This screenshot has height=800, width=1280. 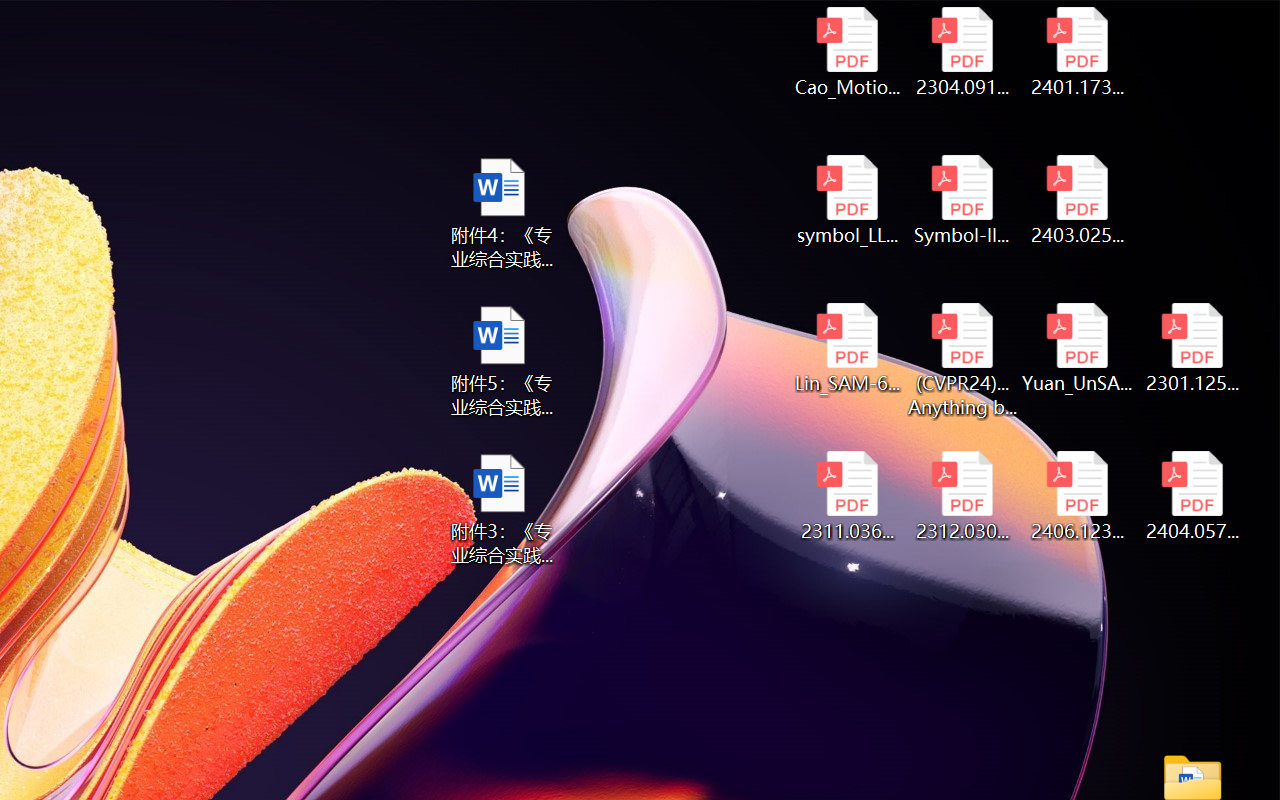 What do you see at coordinates (1192, 496) in the screenshot?
I see `'2404.05719v1.pdf'` at bounding box center [1192, 496].